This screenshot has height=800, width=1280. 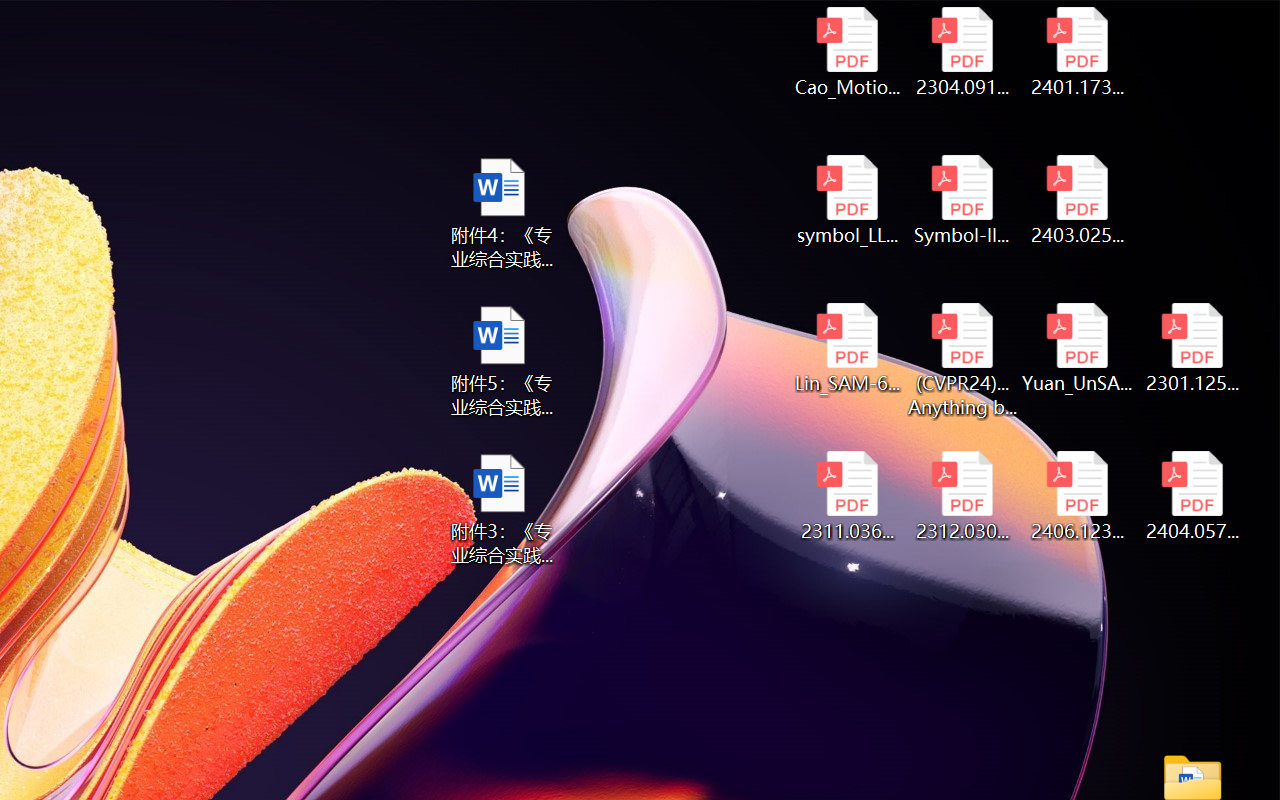 What do you see at coordinates (1192, 496) in the screenshot?
I see `'2404.05719v1.pdf'` at bounding box center [1192, 496].